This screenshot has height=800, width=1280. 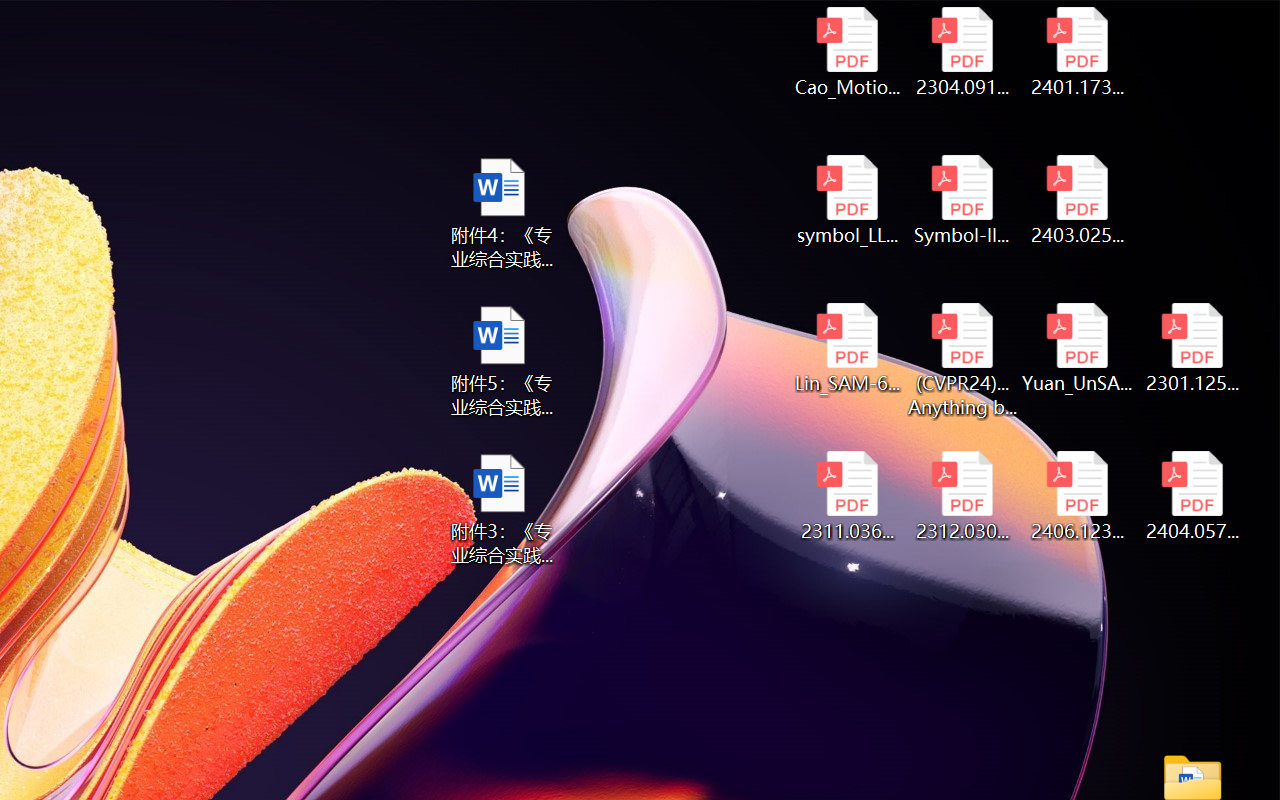 What do you see at coordinates (1192, 496) in the screenshot?
I see `'2404.05719v1.pdf'` at bounding box center [1192, 496].